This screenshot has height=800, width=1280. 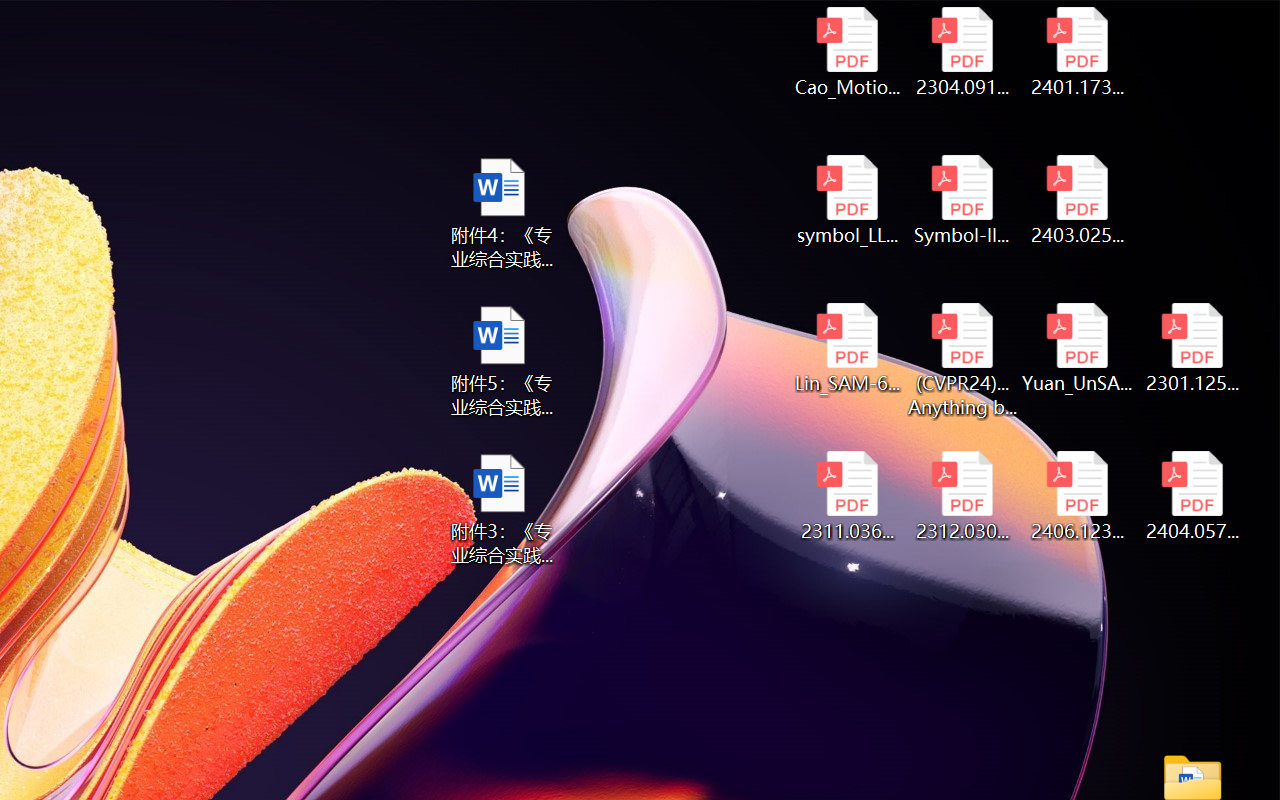 What do you see at coordinates (1192, 496) in the screenshot?
I see `'2404.05719v1.pdf'` at bounding box center [1192, 496].